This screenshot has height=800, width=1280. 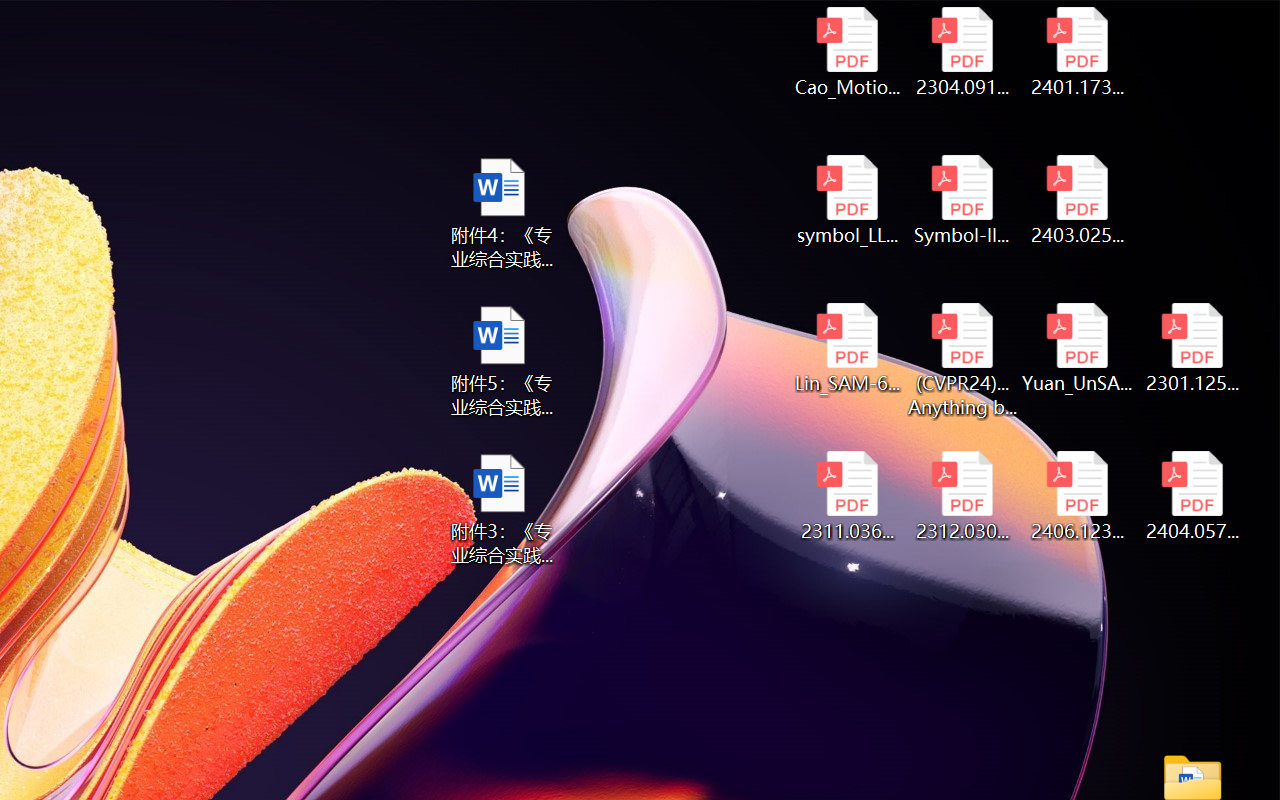 What do you see at coordinates (1192, 496) in the screenshot?
I see `'2404.05719v1.pdf'` at bounding box center [1192, 496].